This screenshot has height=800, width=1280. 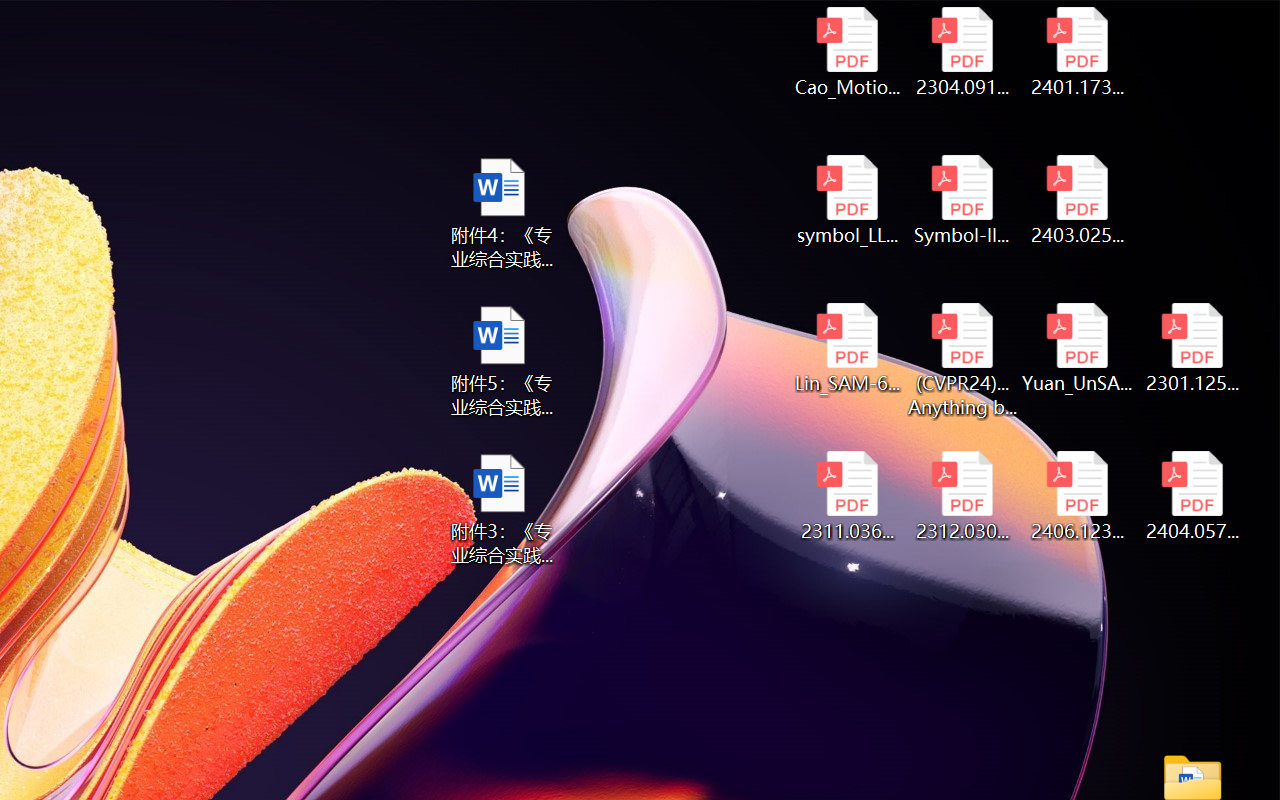 What do you see at coordinates (1192, 496) in the screenshot?
I see `'2404.05719v1.pdf'` at bounding box center [1192, 496].